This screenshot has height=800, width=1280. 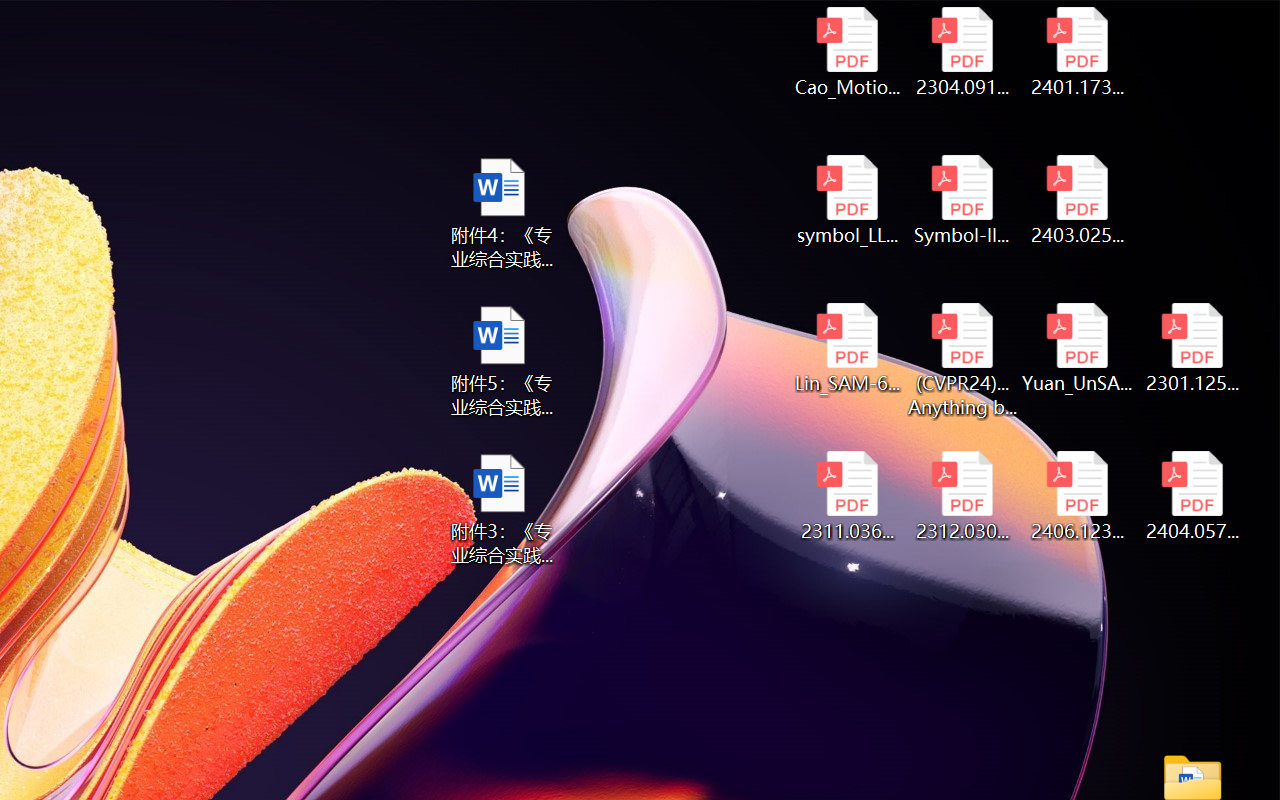 What do you see at coordinates (1192, 496) in the screenshot?
I see `'2404.05719v1.pdf'` at bounding box center [1192, 496].